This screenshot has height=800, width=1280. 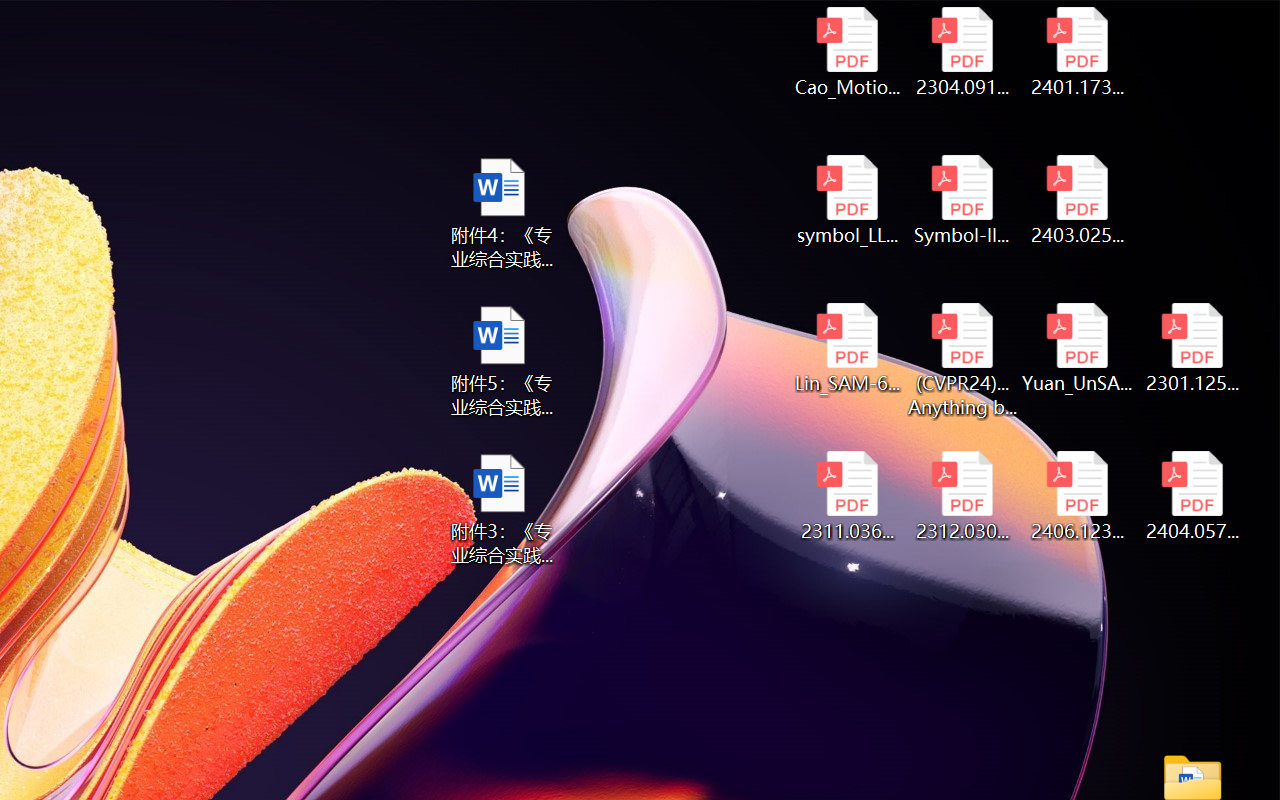 What do you see at coordinates (1192, 496) in the screenshot?
I see `'2404.05719v1.pdf'` at bounding box center [1192, 496].